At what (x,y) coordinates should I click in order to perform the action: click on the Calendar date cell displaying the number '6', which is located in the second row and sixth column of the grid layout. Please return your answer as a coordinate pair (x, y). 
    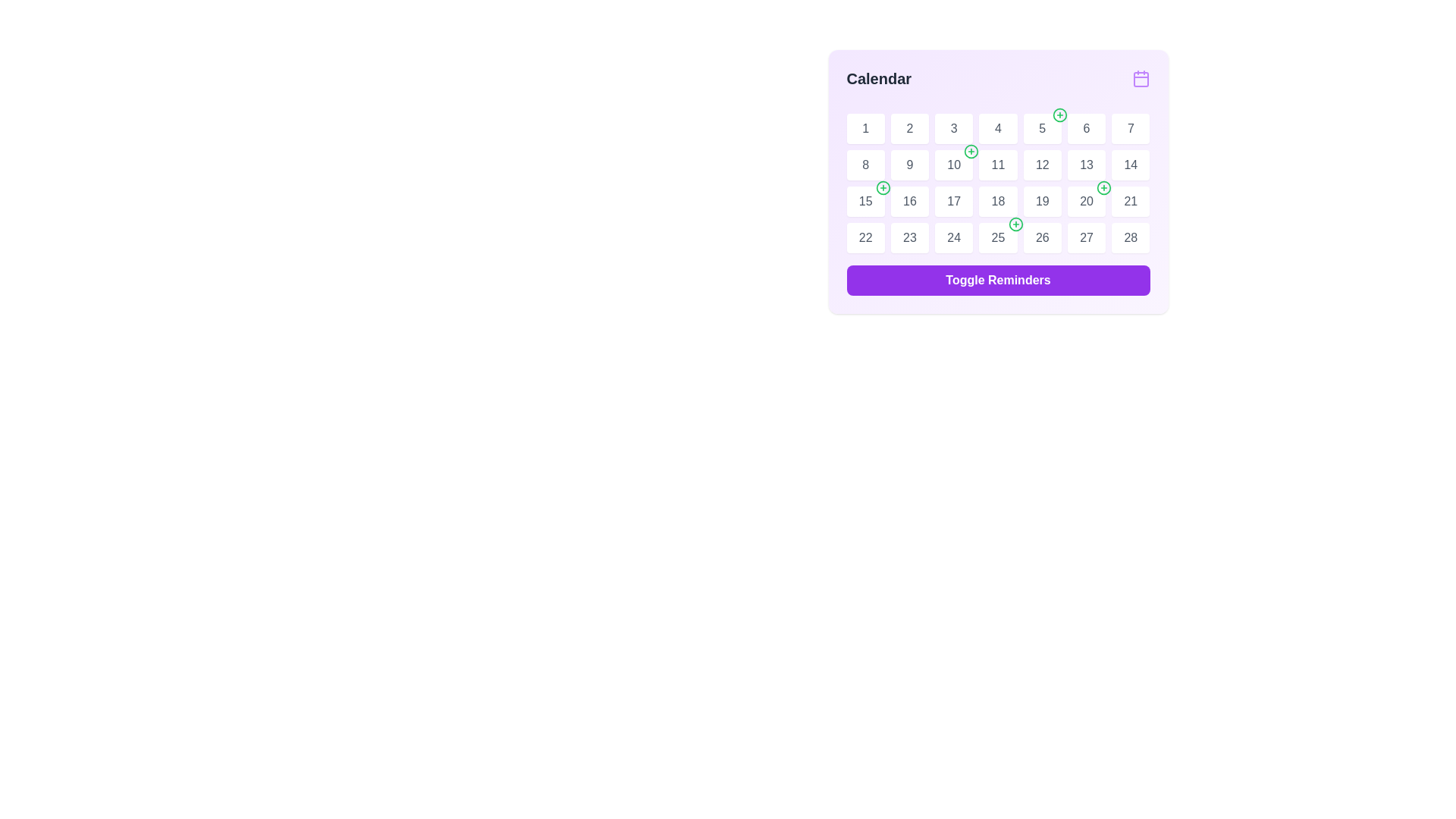
    Looking at the image, I should click on (1086, 127).